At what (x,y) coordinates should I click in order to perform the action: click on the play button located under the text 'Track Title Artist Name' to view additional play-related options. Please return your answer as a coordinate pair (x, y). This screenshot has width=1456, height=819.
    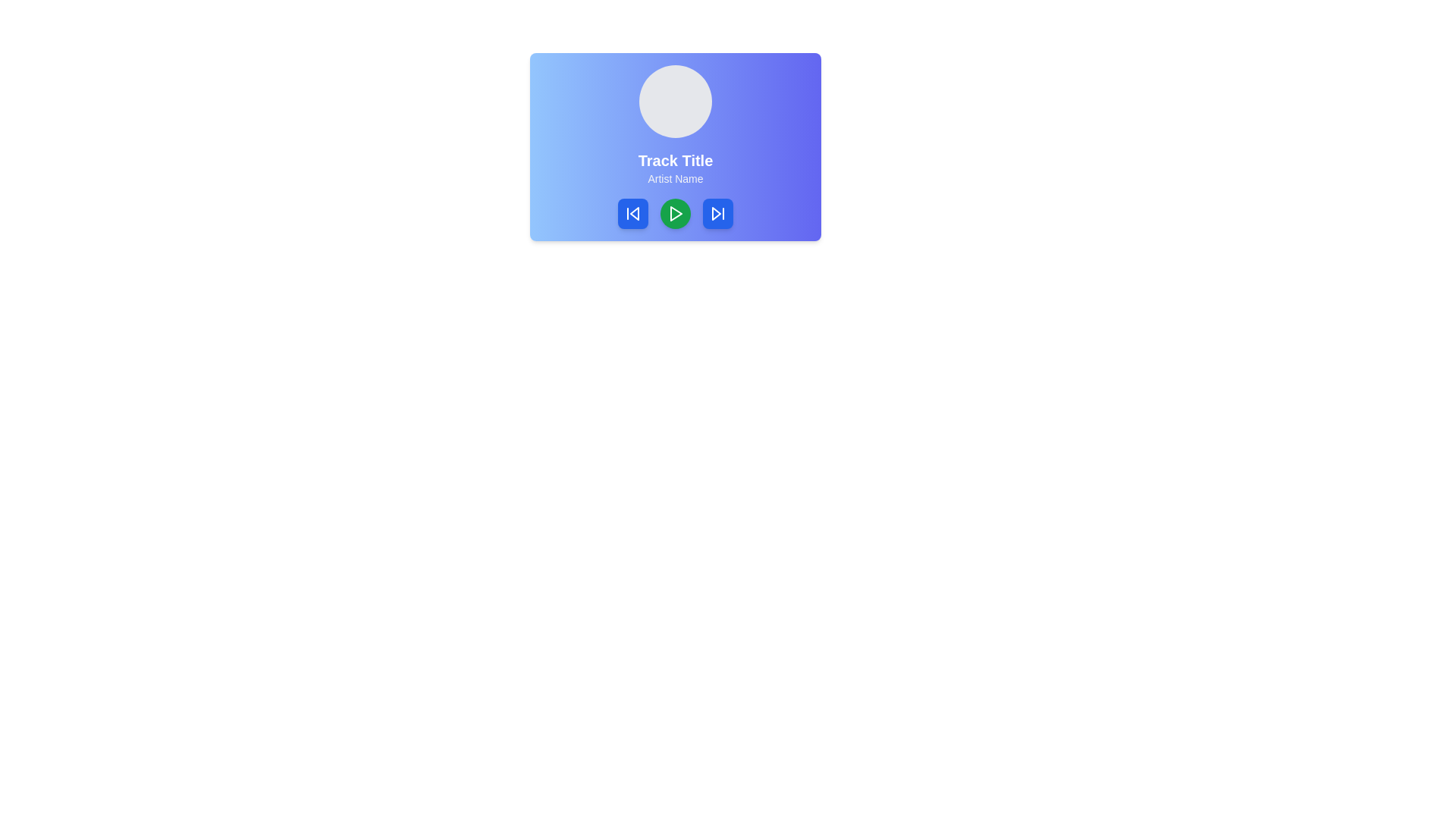
    Looking at the image, I should click on (675, 213).